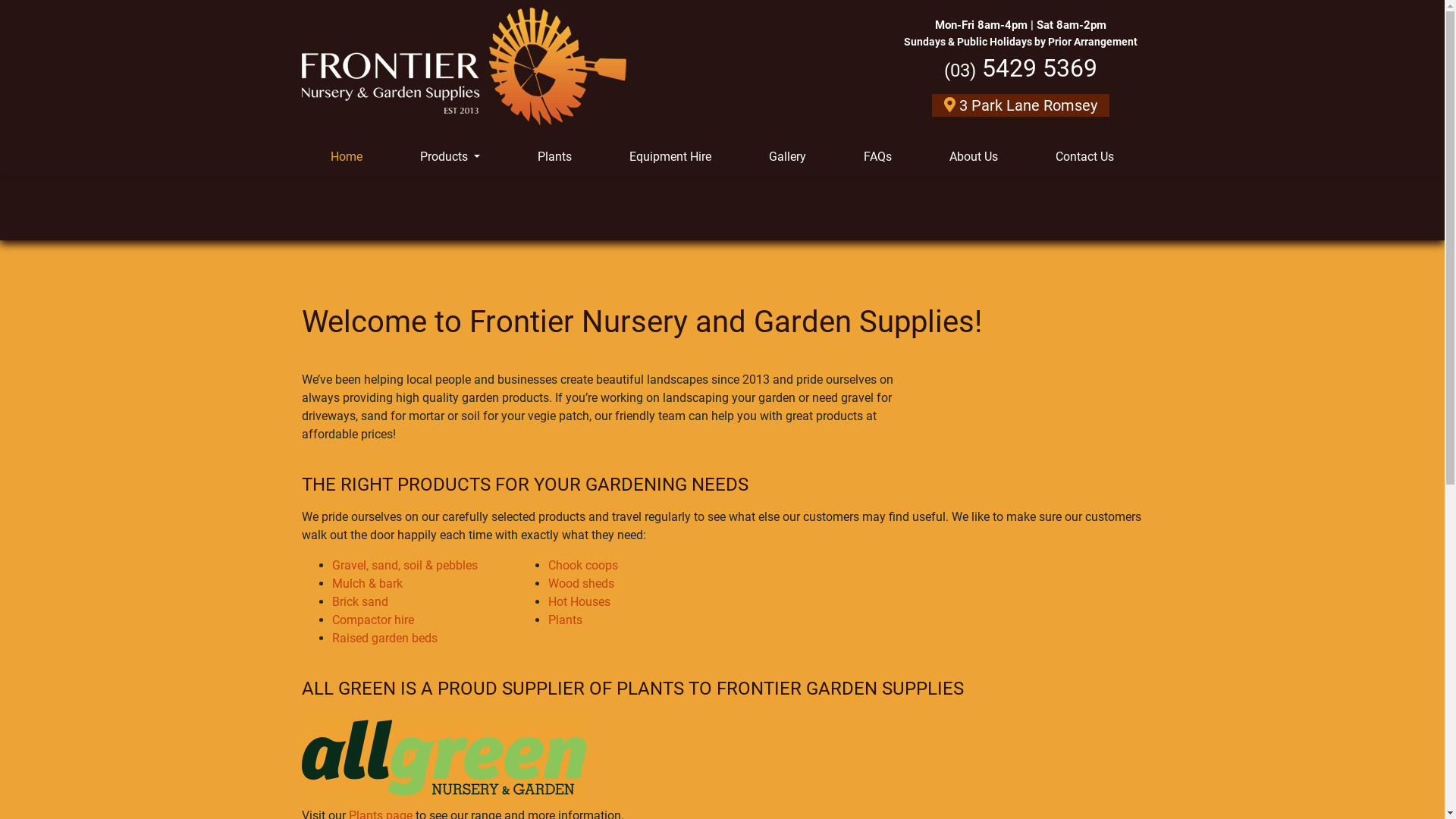 The height and width of the screenshot is (819, 1456). What do you see at coordinates (384, 638) in the screenshot?
I see `'Raised garden beds'` at bounding box center [384, 638].